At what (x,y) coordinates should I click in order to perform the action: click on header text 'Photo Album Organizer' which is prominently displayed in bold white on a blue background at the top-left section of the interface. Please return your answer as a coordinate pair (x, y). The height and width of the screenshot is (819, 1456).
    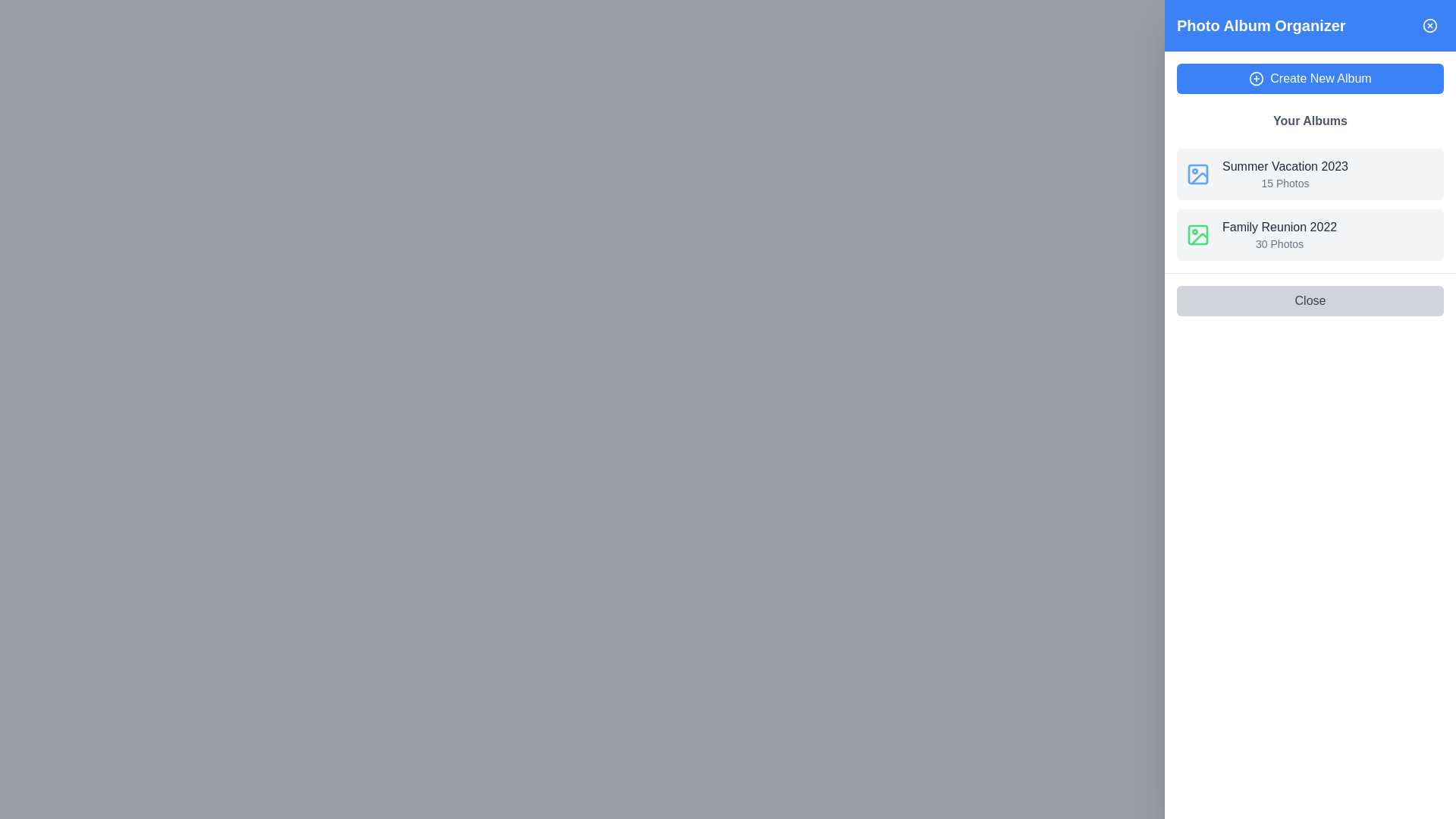
    Looking at the image, I should click on (1261, 26).